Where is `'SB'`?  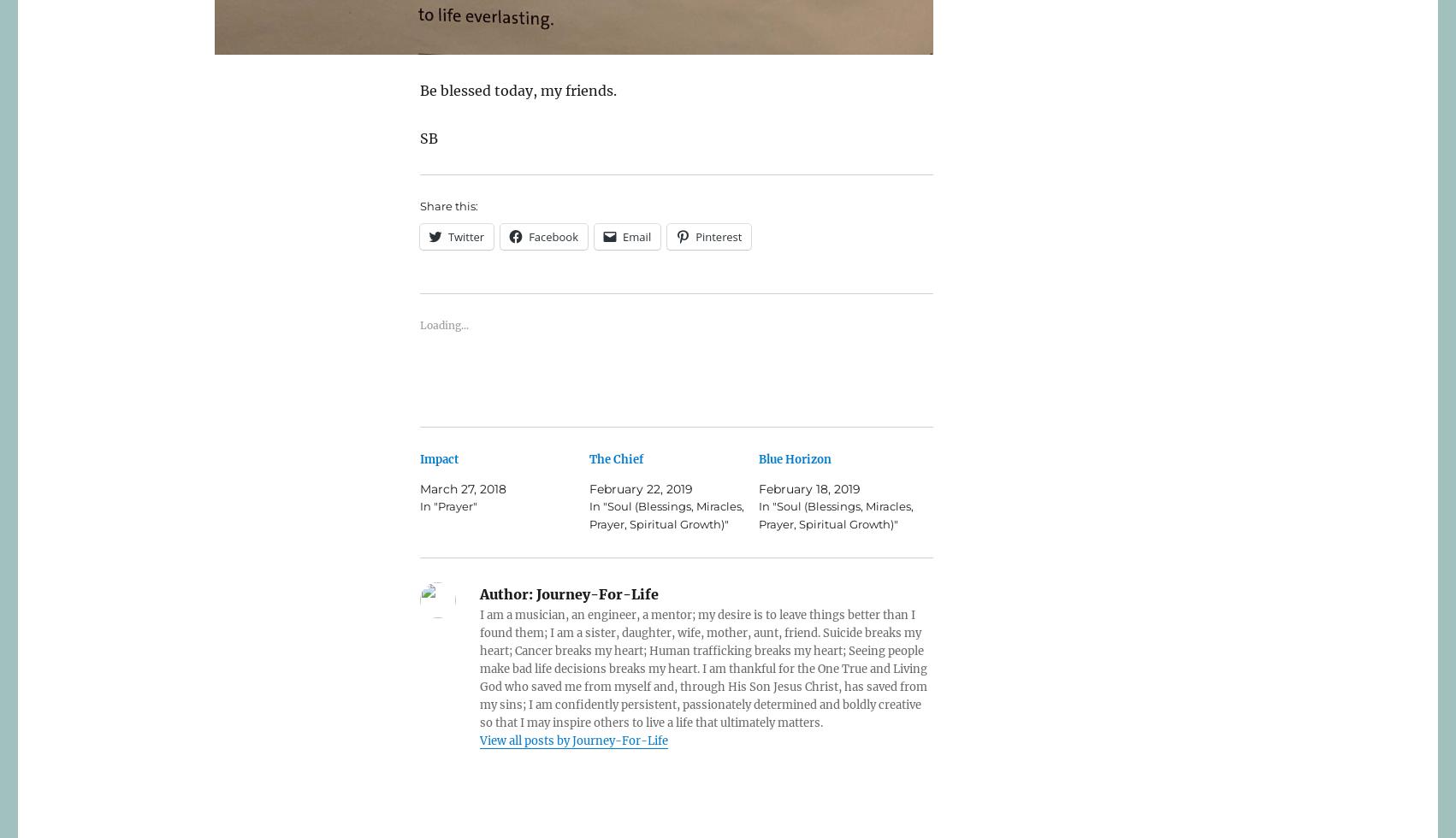 'SB' is located at coordinates (428, 138).